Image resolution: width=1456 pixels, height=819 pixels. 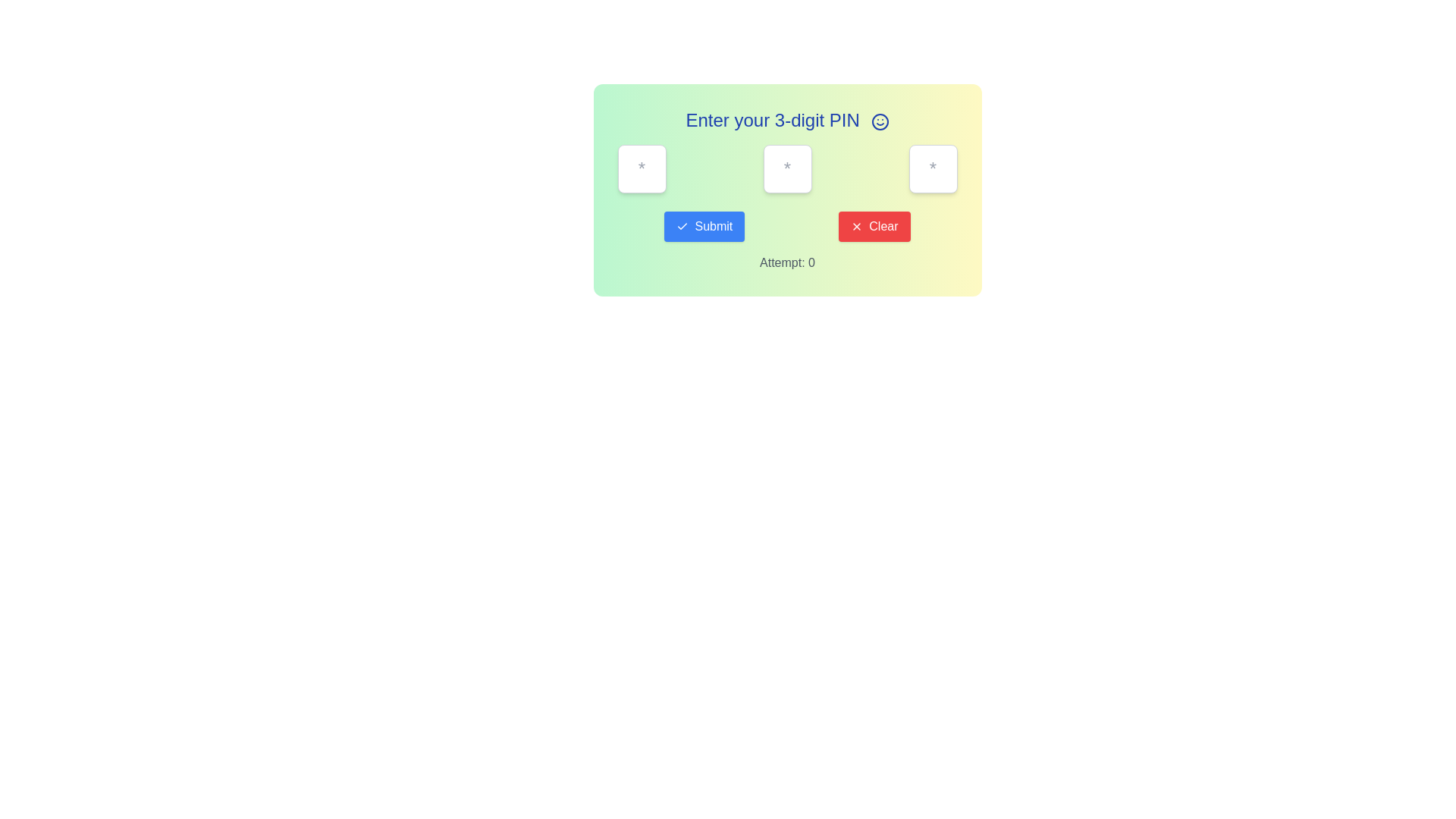 I want to click on the 'Clear' button located in the bottom-right section of the card, next to the blue 'Submit' button, to trigger hover effects, so click(x=874, y=227).